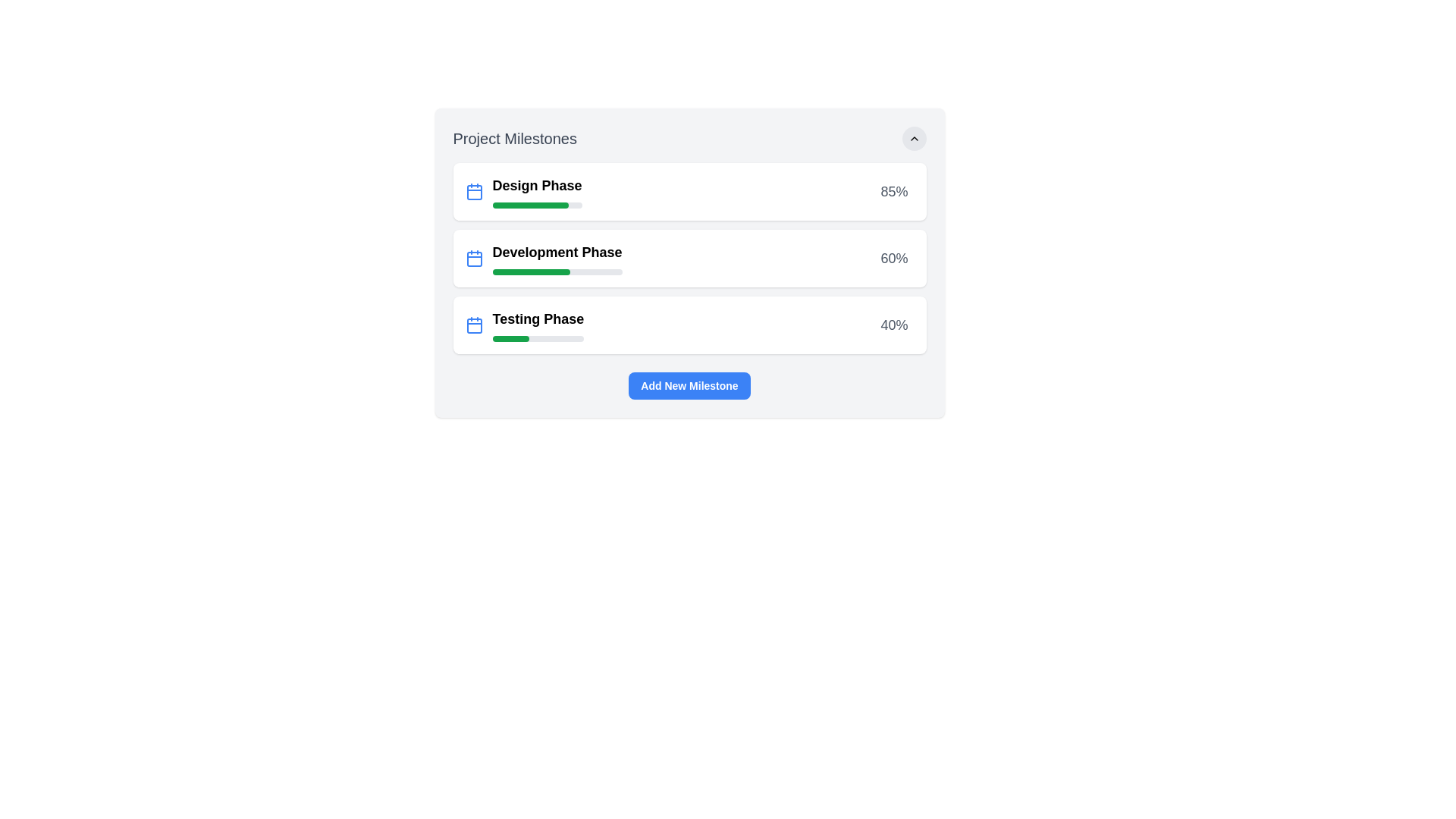 The height and width of the screenshot is (819, 1456). I want to click on the horizontal progress bar with a gray background and a green indicator showing 40% progress, located below the text 'Testing Phase' in the 'Project Milestones' list, aligned with the third milestone, so click(538, 338).